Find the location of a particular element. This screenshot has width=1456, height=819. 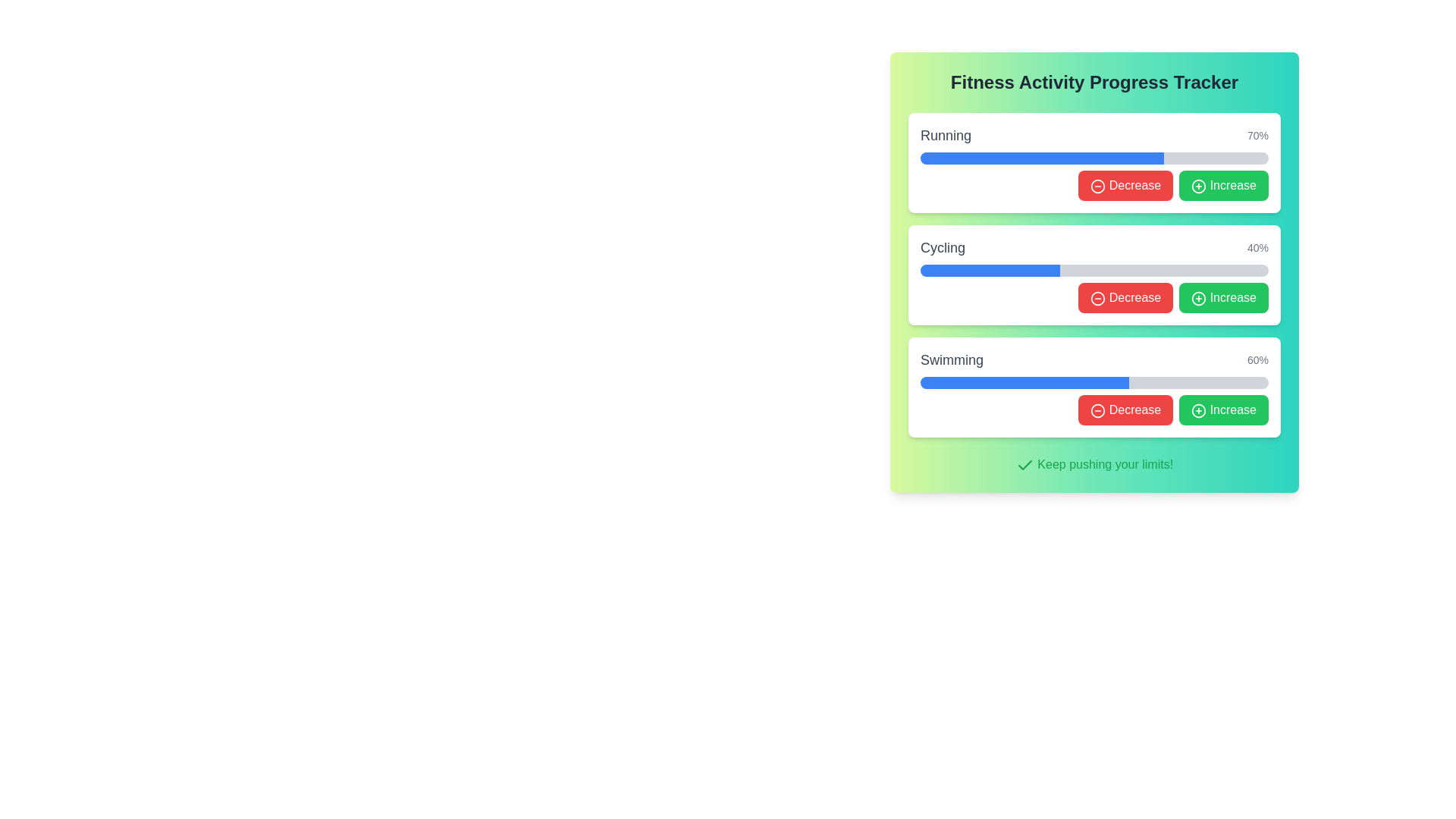

the Progress Bar representing the progress of the 'Cycling' activity in the Fitness Activity Progress Tracker interface is located at coordinates (1094, 270).